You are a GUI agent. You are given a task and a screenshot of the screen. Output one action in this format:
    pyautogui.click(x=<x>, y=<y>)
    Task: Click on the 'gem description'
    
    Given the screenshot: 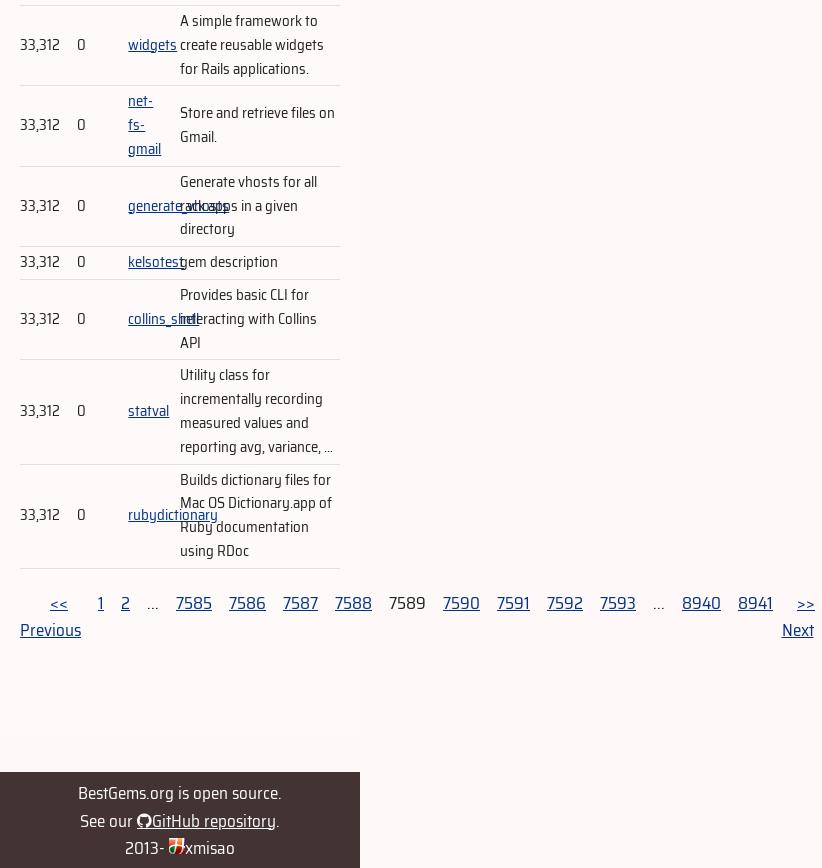 What is the action you would take?
    pyautogui.click(x=229, y=261)
    